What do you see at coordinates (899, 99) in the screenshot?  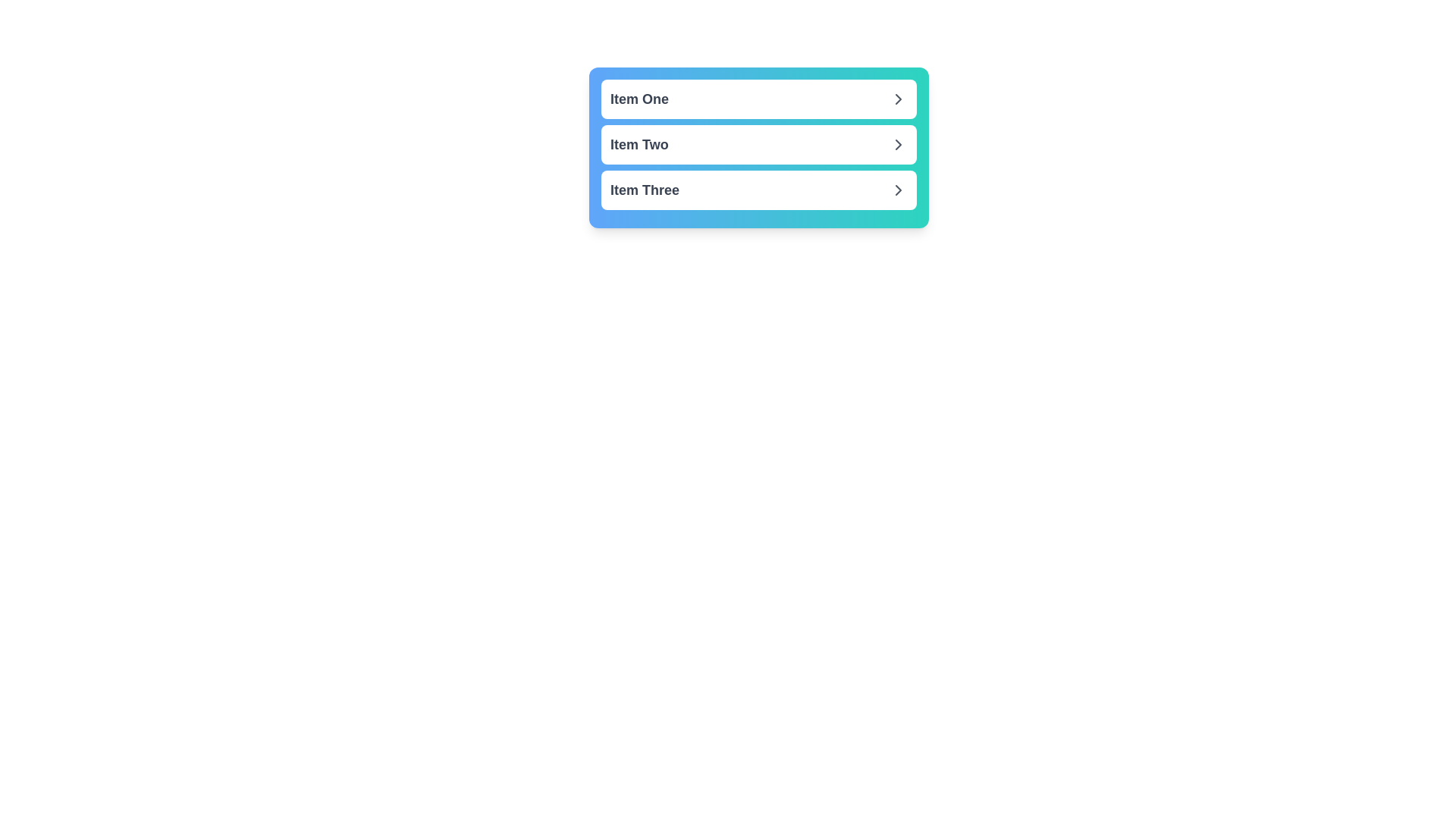 I see `the chevron-arrow icon pointing to the right, located to the right of the text label 'Item One'` at bounding box center [899, 99].